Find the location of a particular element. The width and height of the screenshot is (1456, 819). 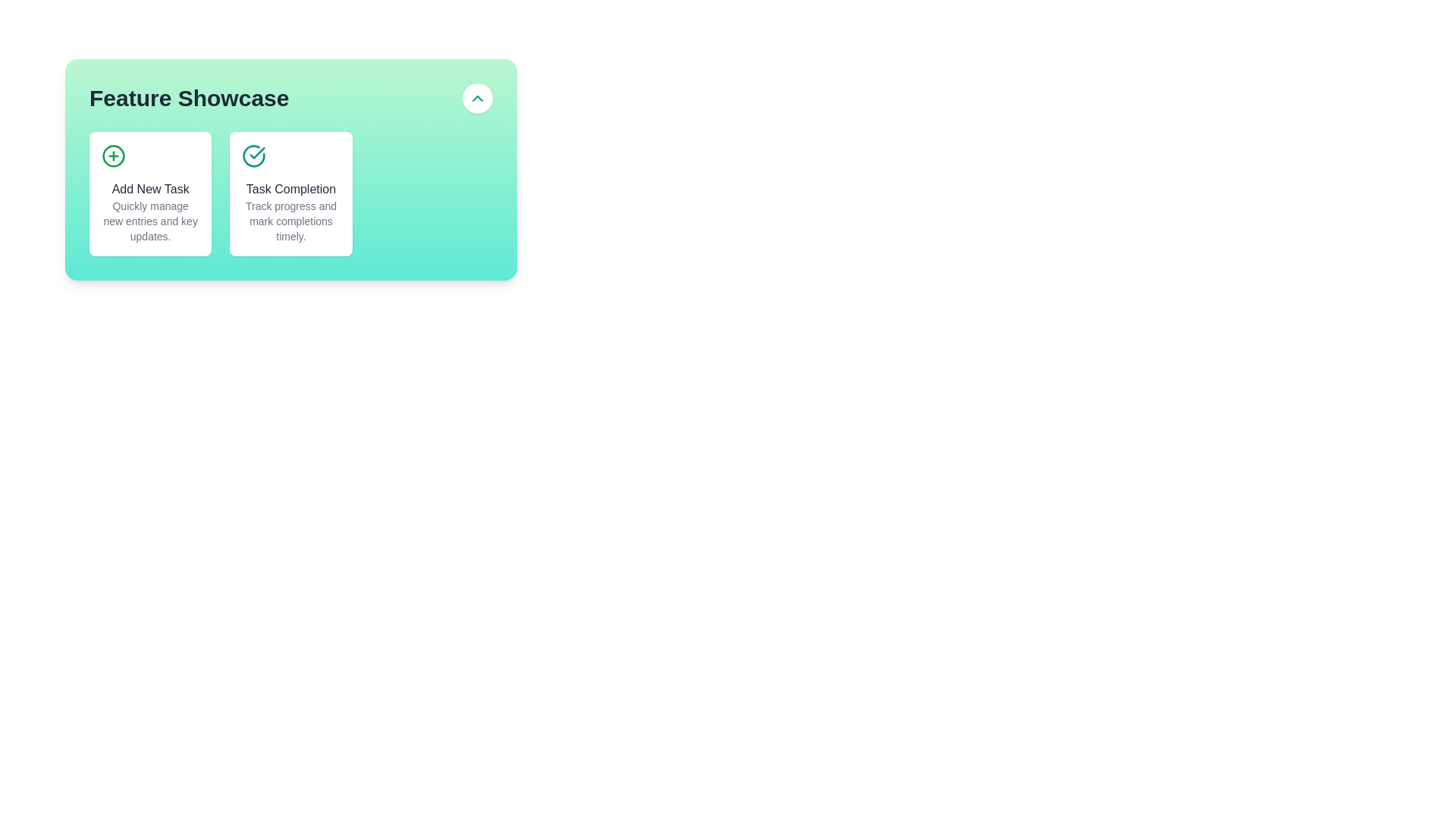

the Chevron Up icon located inside the rounded button at the top-right corner of the green gradient card labeled 'Feature Showcase' is located at coordinates (476, 99).